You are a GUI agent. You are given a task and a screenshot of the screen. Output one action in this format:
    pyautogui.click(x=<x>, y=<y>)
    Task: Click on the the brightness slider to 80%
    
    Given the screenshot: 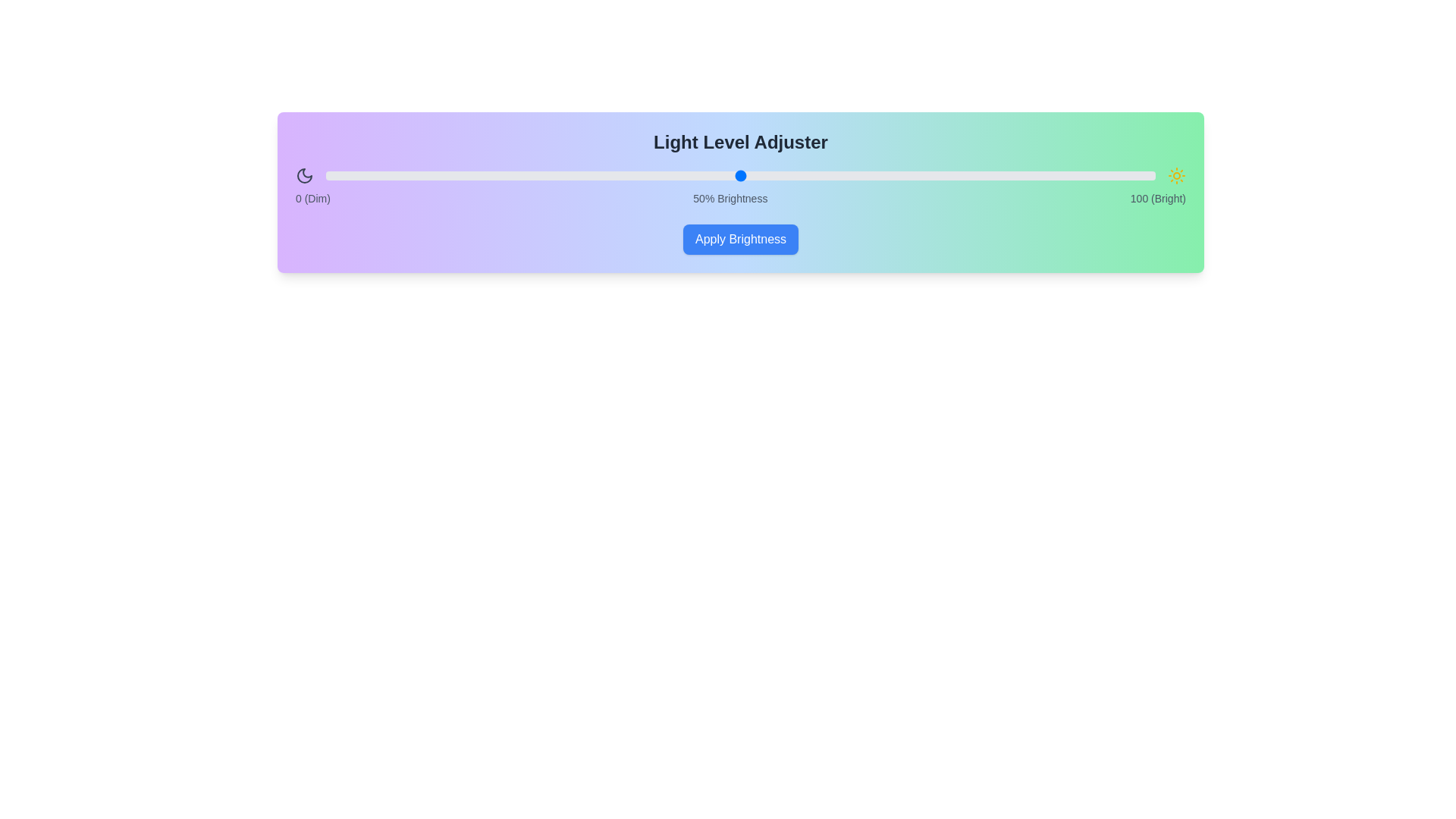 What is the action you would take?
    pyautogui.click(x=990, y=174)
    